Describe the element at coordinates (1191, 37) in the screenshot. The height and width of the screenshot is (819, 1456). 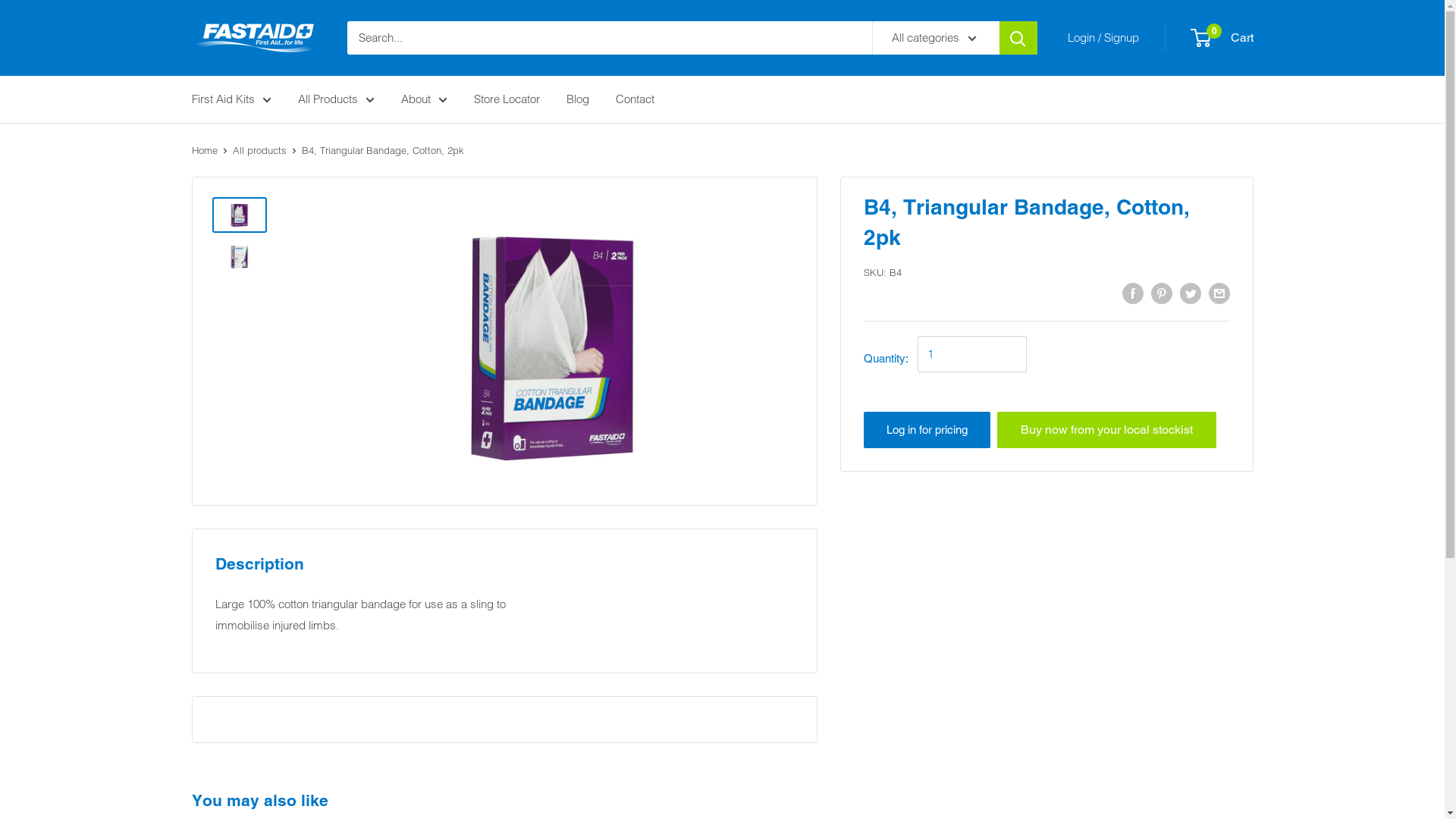
I see `'0` at that location.